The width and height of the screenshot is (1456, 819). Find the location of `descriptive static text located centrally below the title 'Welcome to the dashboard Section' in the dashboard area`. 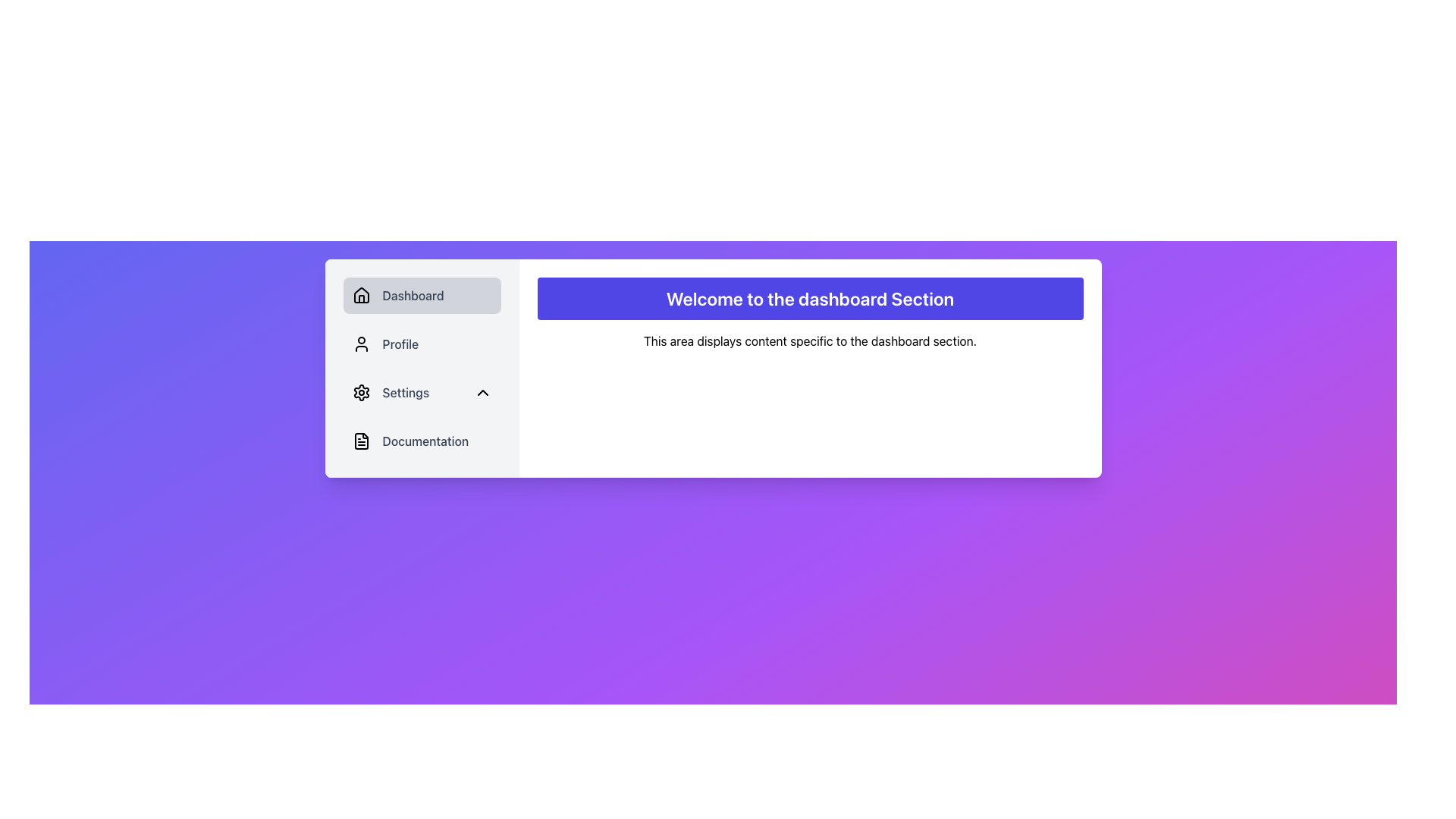

descriptive static text located centrally below the title 'Welcome to the dashboard Section' in the dashboard area is located at coordinates (809, 341).